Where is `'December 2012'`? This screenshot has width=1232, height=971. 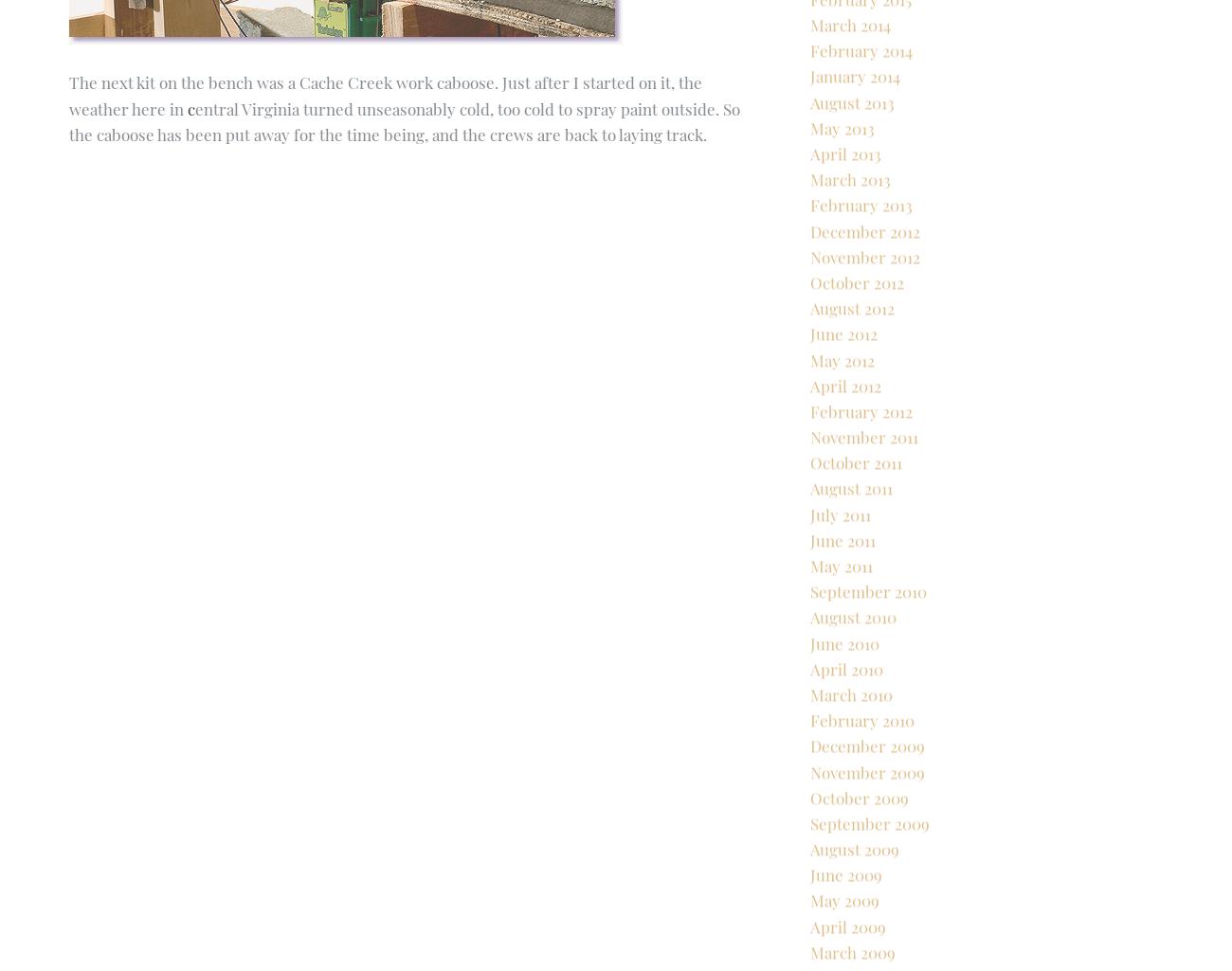 'December 2012' is located at coordinates (810, 296).